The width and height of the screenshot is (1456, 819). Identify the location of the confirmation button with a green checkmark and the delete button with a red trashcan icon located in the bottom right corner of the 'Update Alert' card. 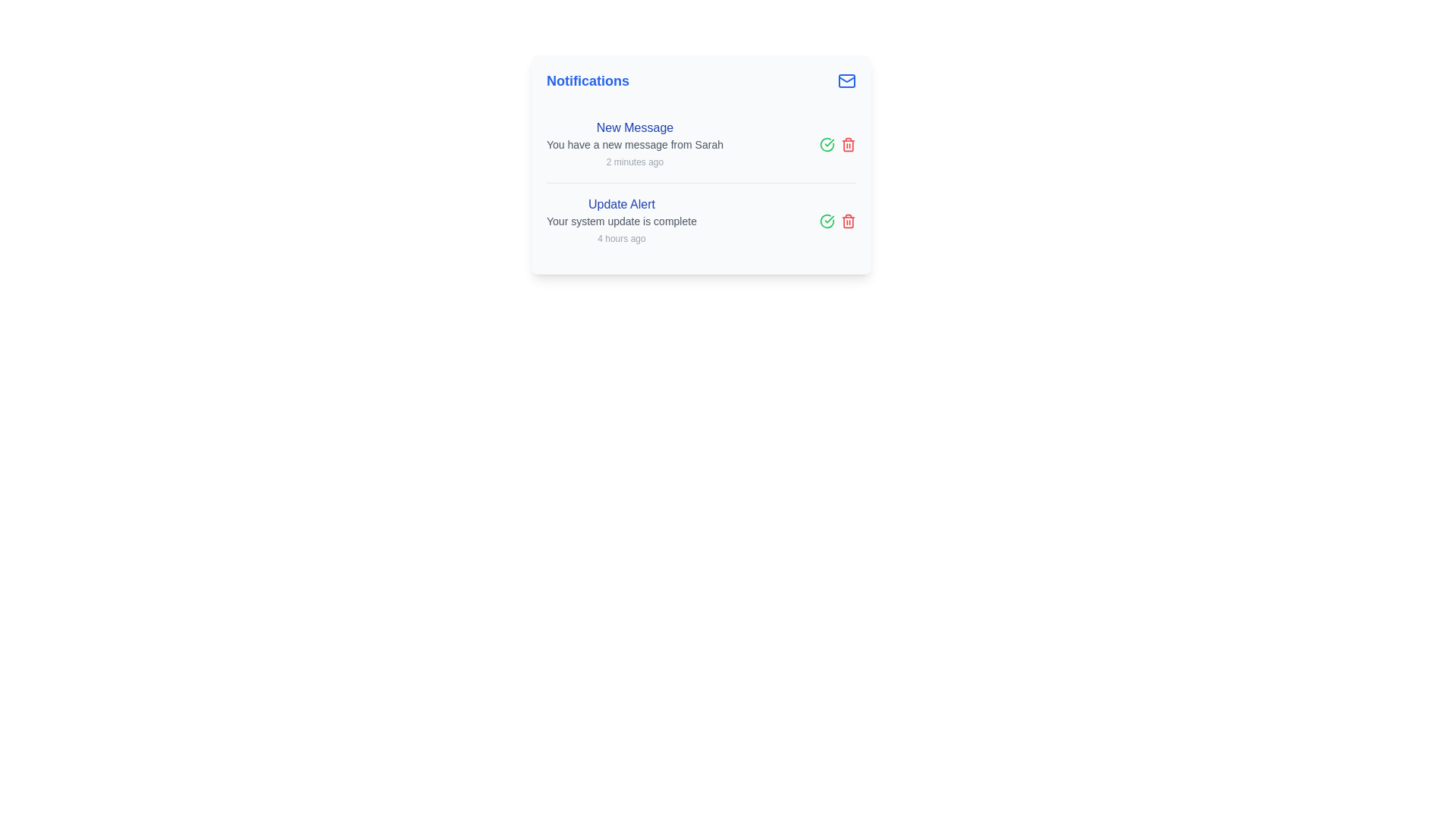
(836, 221).